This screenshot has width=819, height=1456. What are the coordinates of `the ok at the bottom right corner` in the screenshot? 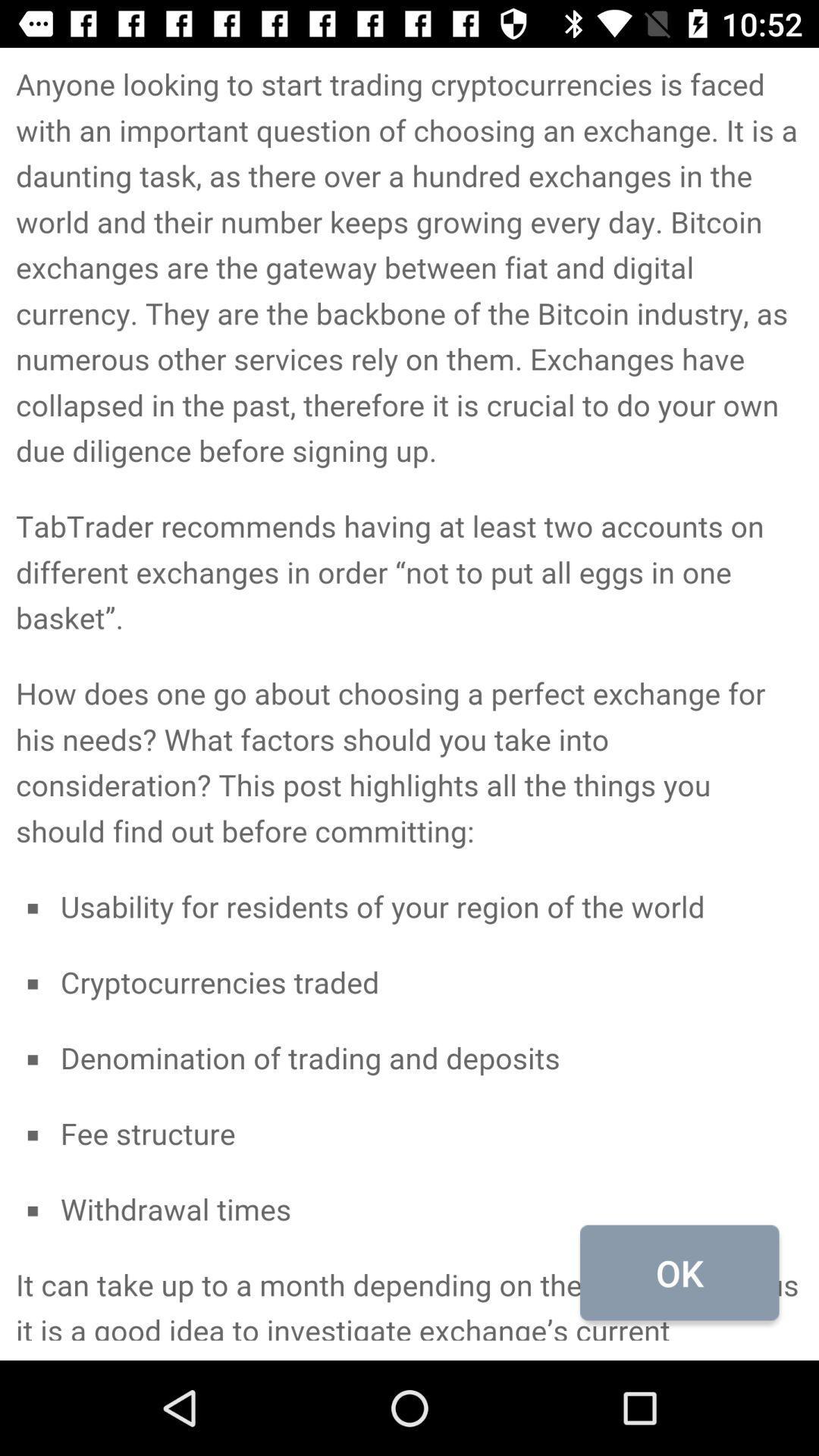 It's located at (679, 1272).